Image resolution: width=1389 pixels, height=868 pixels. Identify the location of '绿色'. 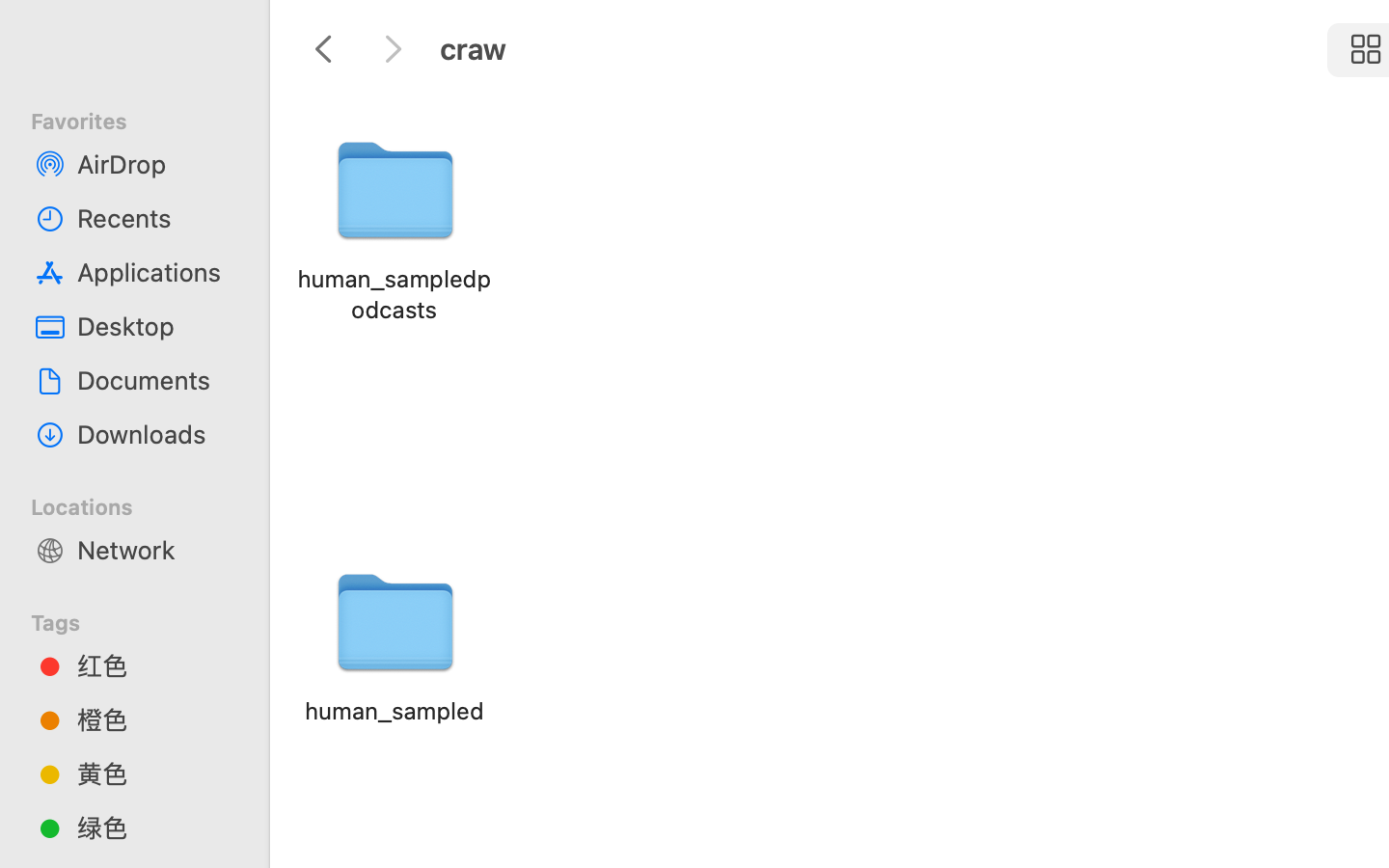
(153, 827).